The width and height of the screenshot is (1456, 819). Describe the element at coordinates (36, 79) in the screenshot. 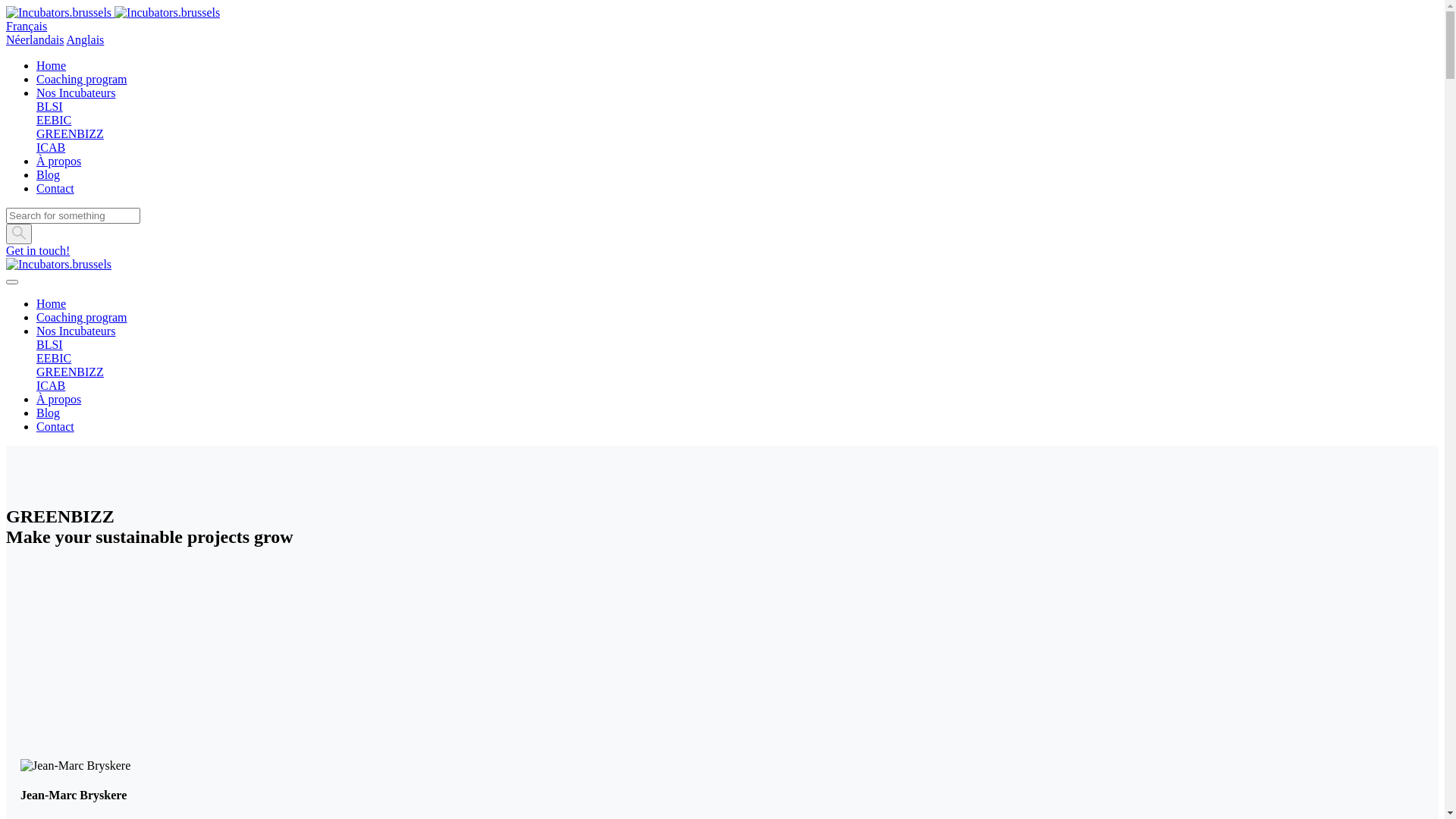

I see `'Coaching program'` at that location.